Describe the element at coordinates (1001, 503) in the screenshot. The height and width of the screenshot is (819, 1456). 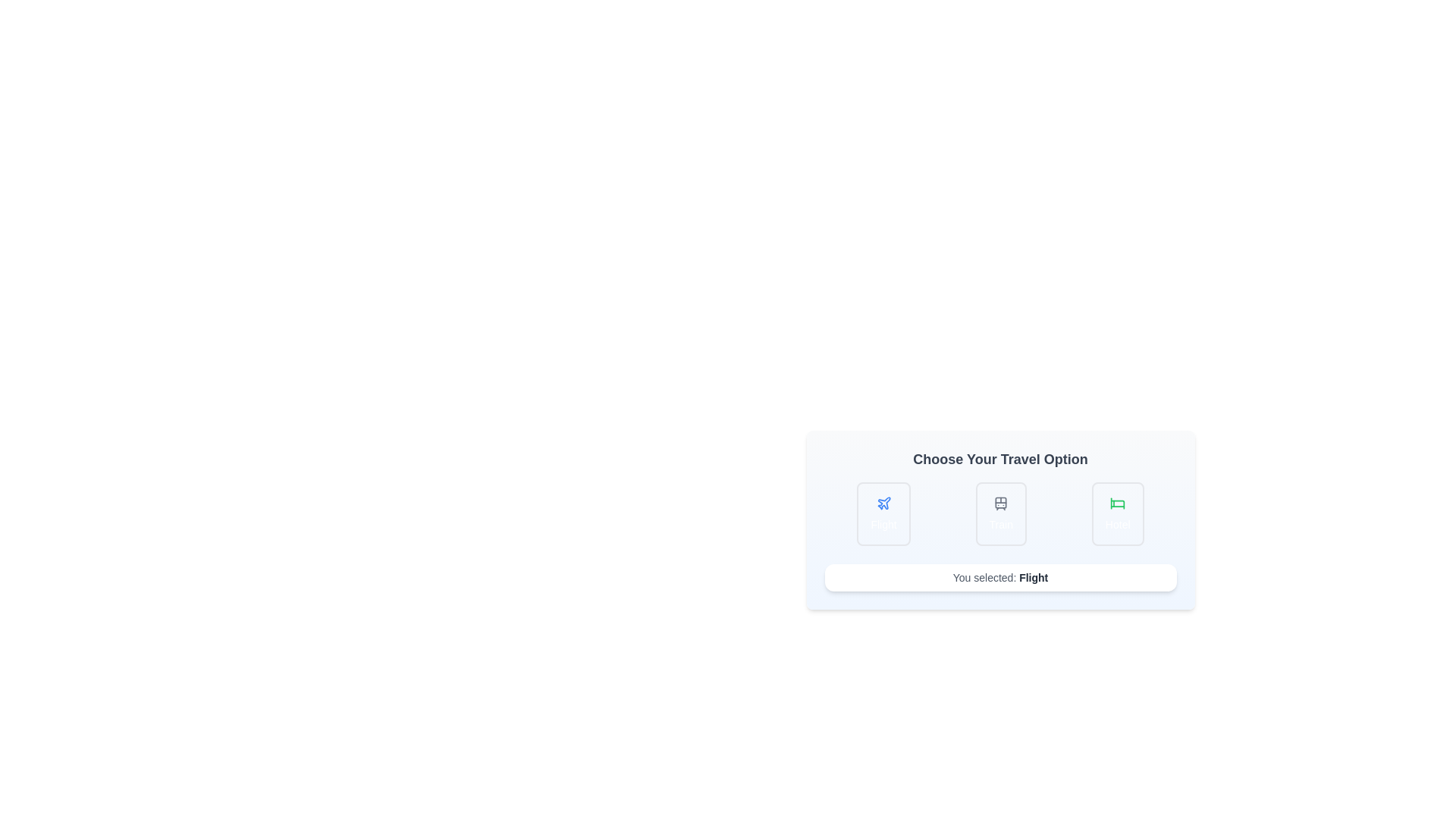
I see `the graphical icon component that is a rectangle with rounded corners, centrally located within the train icon among the three travel options` at that location.